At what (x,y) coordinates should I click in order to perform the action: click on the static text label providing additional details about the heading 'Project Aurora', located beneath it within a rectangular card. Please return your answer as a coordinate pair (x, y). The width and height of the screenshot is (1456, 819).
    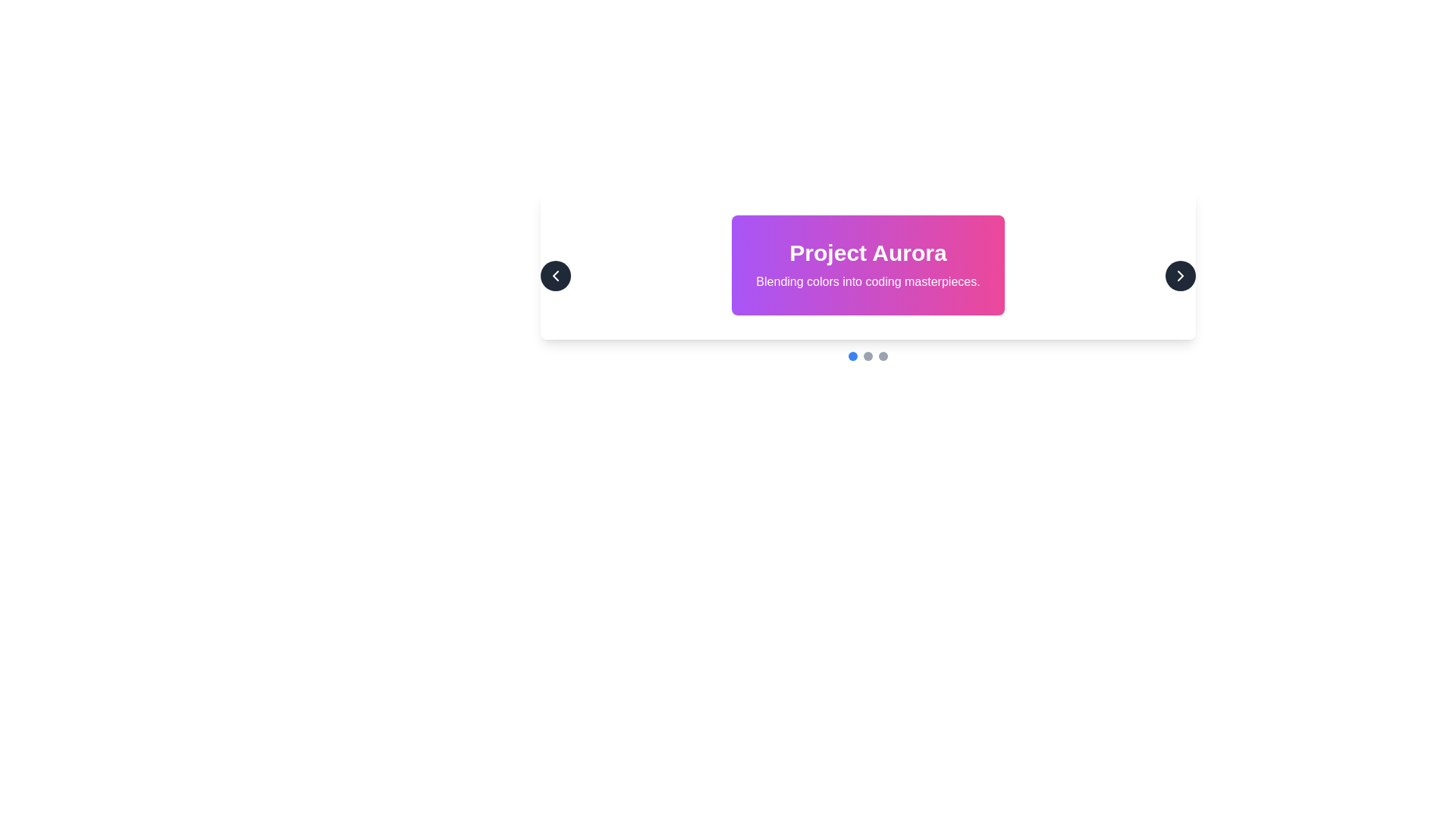
    Looking at the image, I should click on (868, 281).